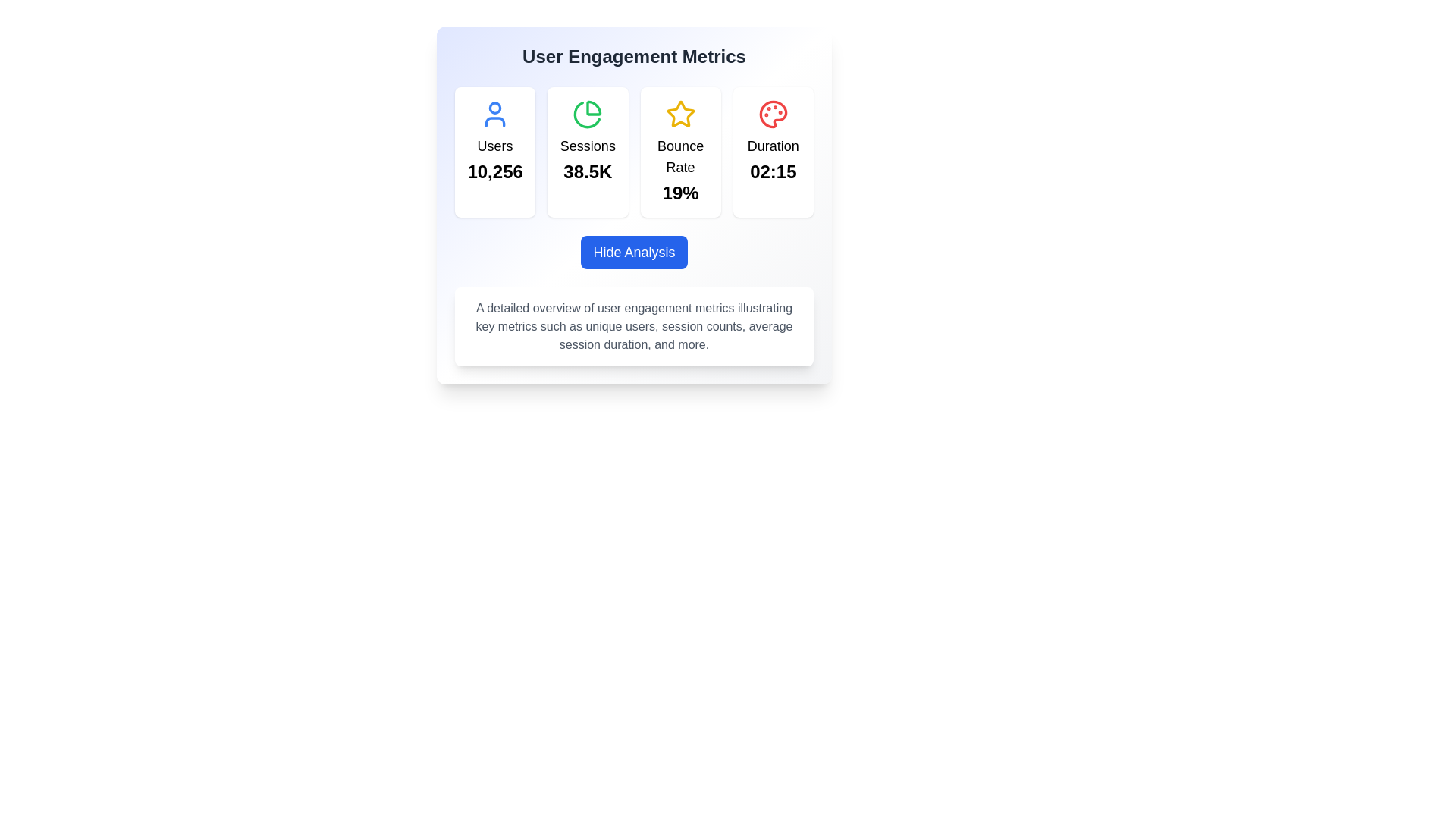  Describe the element at coordinates (587, 146) in the screenshot. I see `the 'Sessions' label above the value '38.5K' in the dashboard to interact with it` at that location.